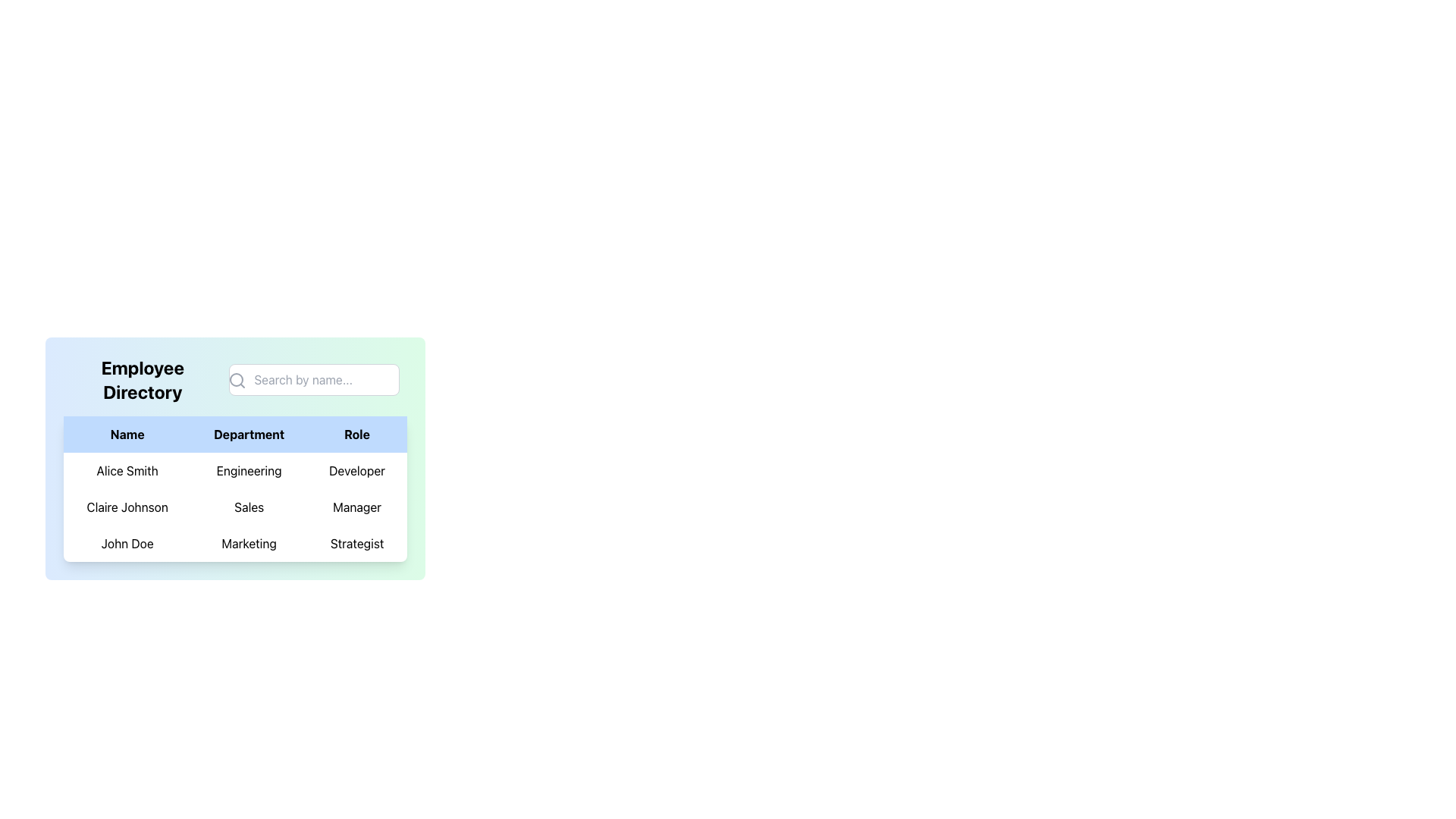  What do you see at coordinates (249, 507) in the screenshot?
I see `the static text label indicating the department 'Sales' for 'Claire Johnson' in the employee directory` at bounding box center [249, 507].